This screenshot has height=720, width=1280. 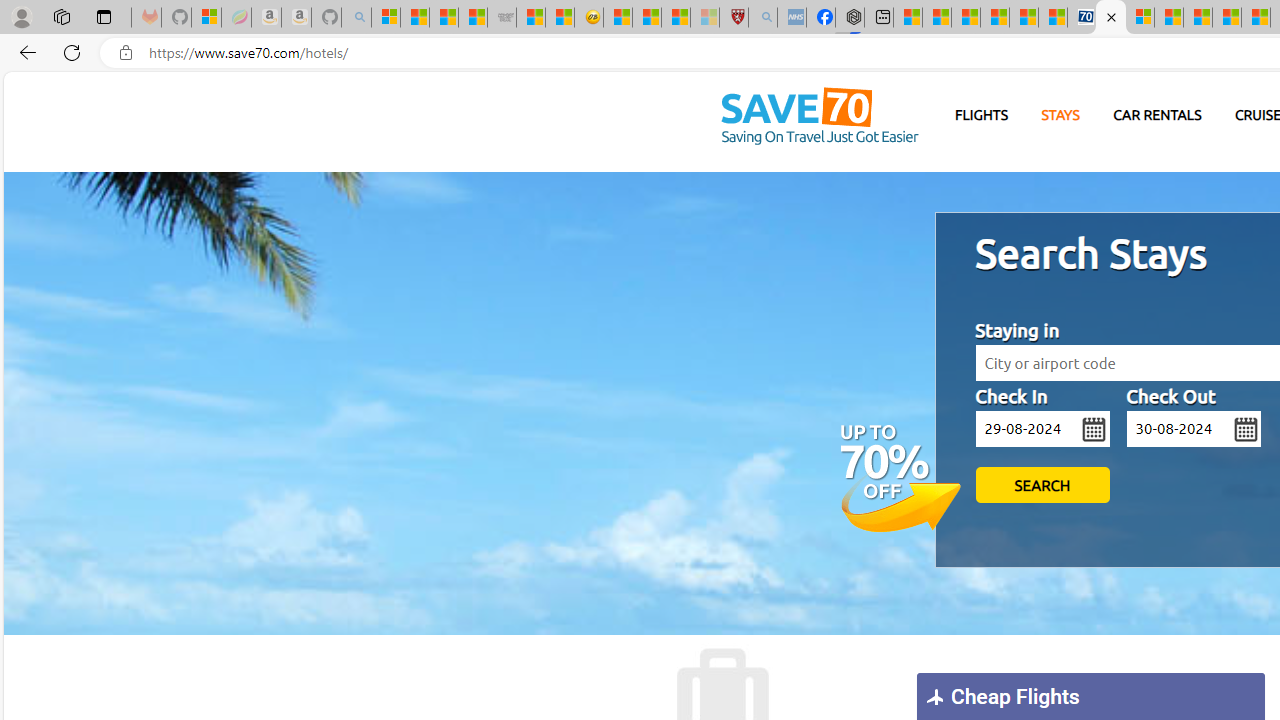 What do you see at coordinates (1193, 428) in the screenshot?
I see `'mm/dd/yy'` at bounding box center [1193, 428].